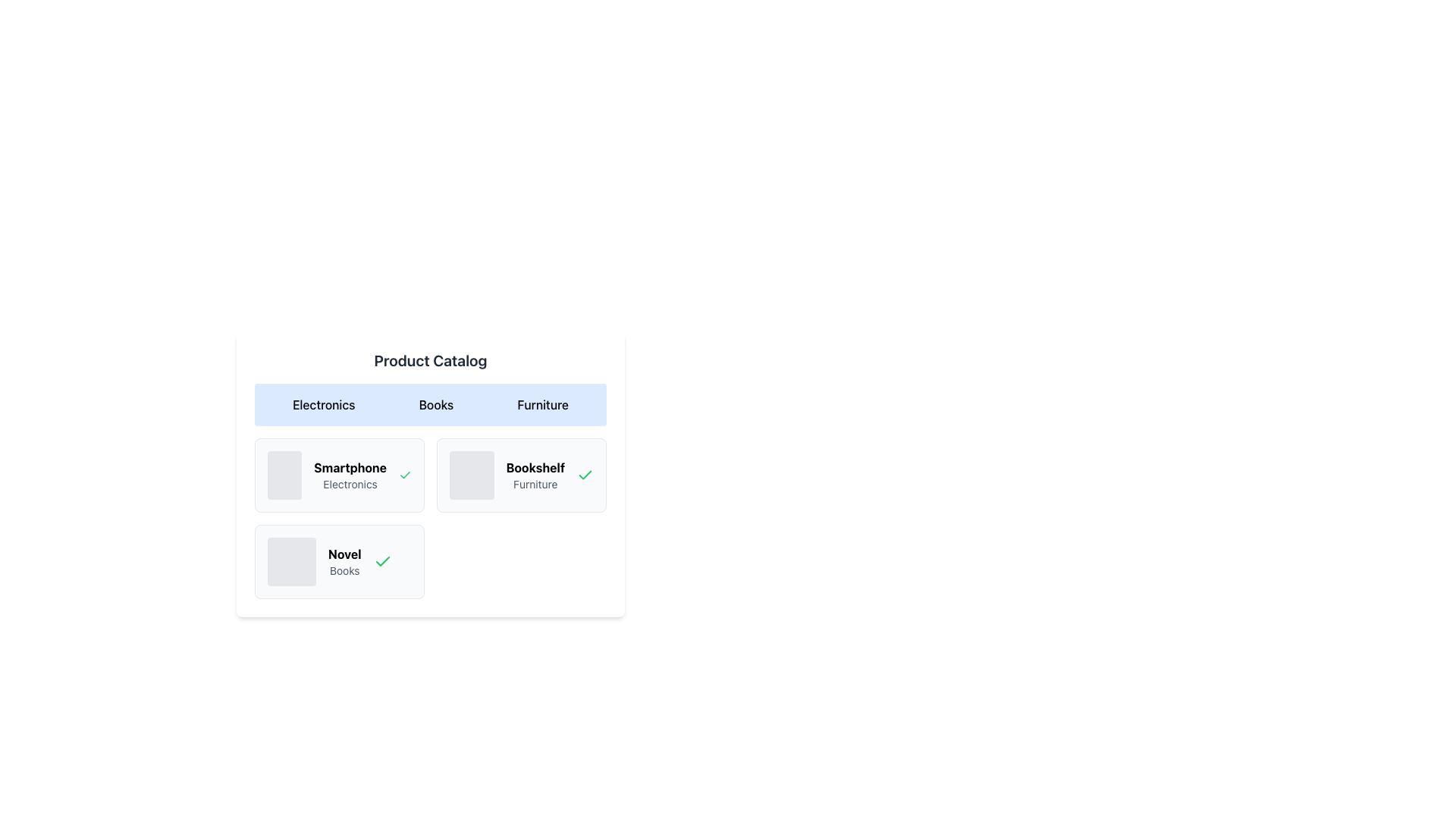 The height and width of the screenshot is (819, 1456). Describe the element at coordinates (344, 561) in the screenshot. I see `the informative text label located in the lower part of the card component in the second row of a grid layout, which provides a title and description for the item it represents` at that location.